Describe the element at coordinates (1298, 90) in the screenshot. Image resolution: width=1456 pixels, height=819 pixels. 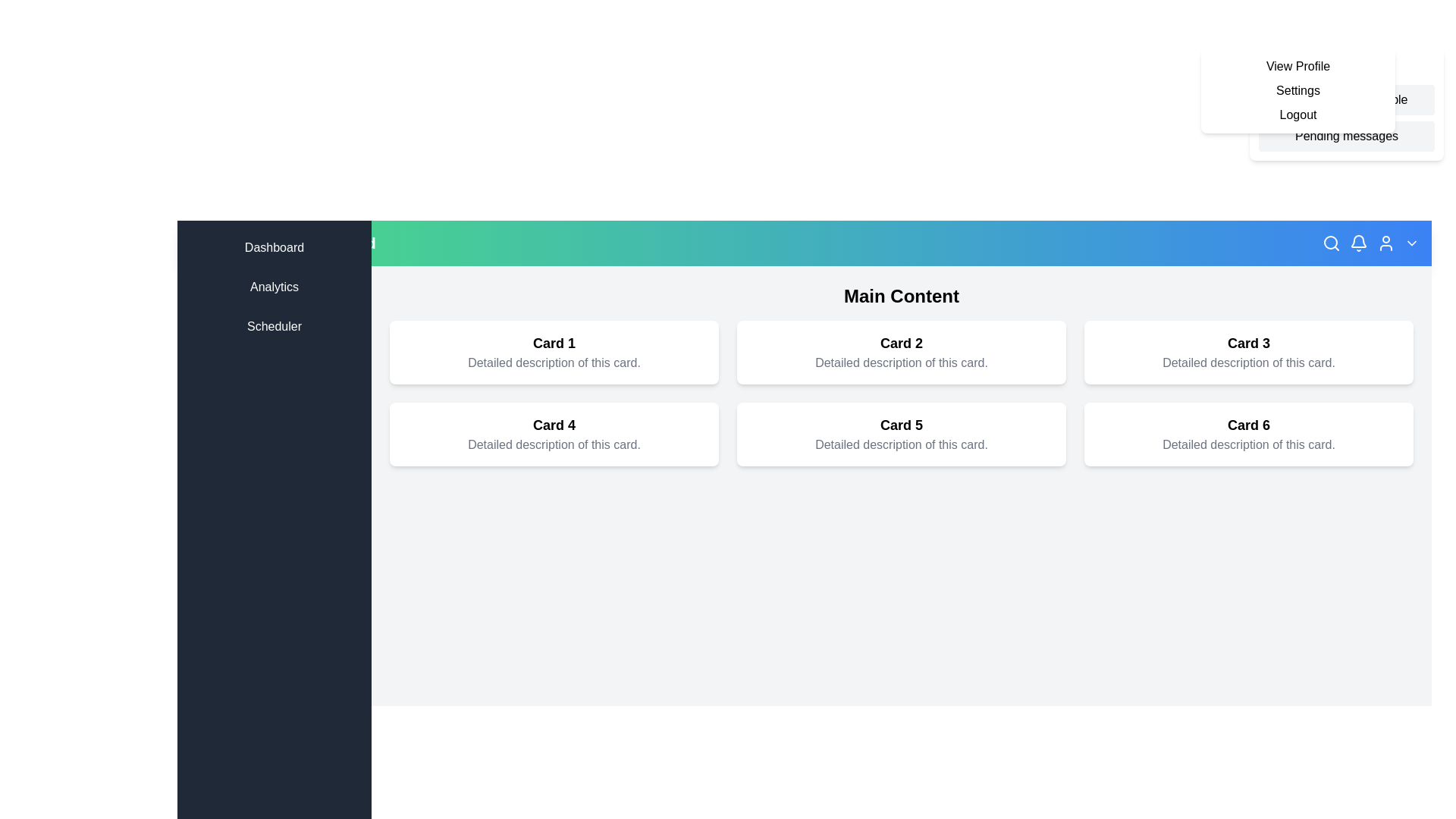
I see `the 'Settings' text link in the dropdown menu located in the upper-right corner of the interface` at that location.